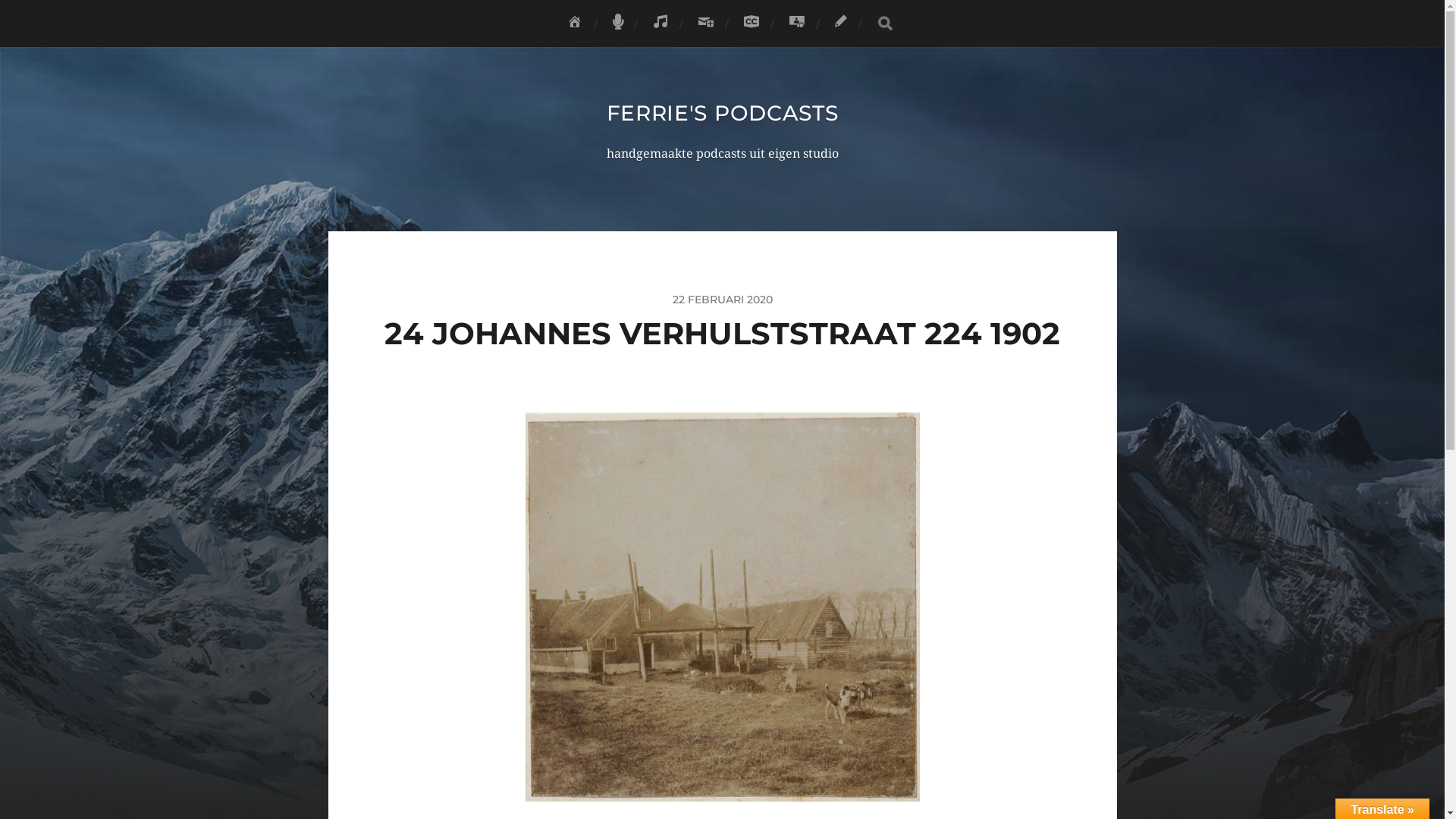  I want to click on 'DONEREN', so click(796, 23).